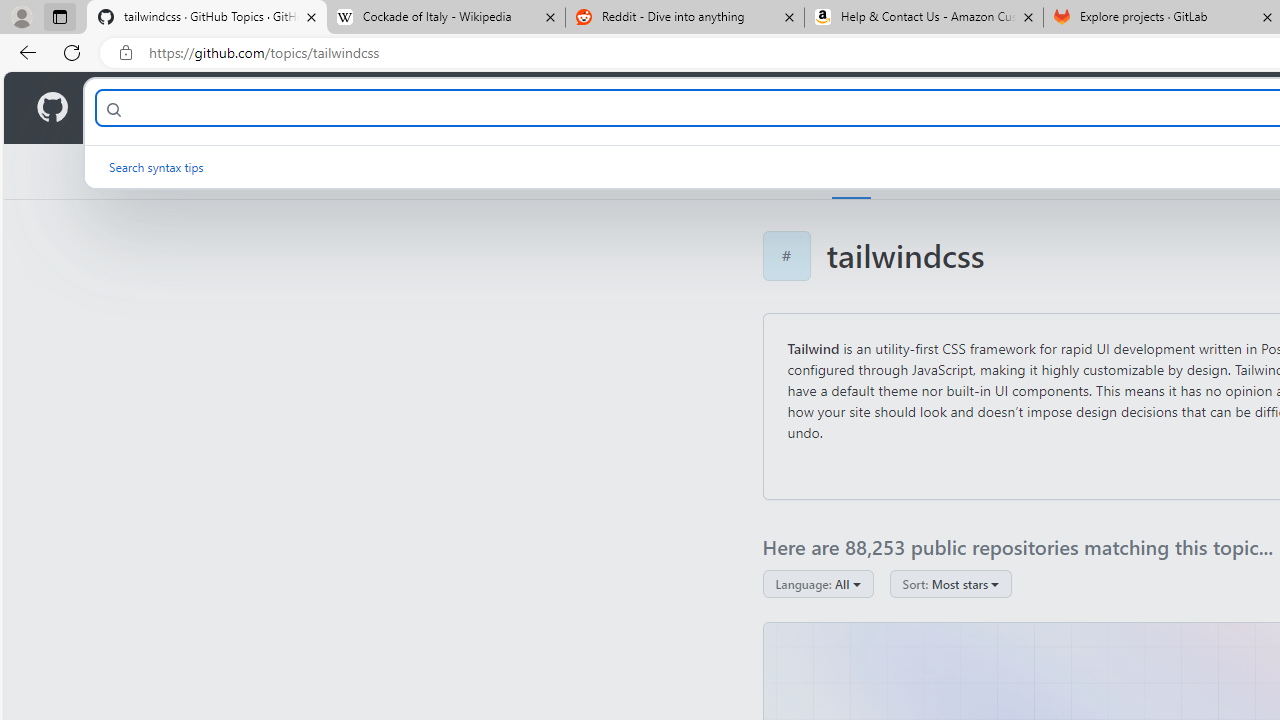  I want to click on 'Language: All', so click(817, 584).